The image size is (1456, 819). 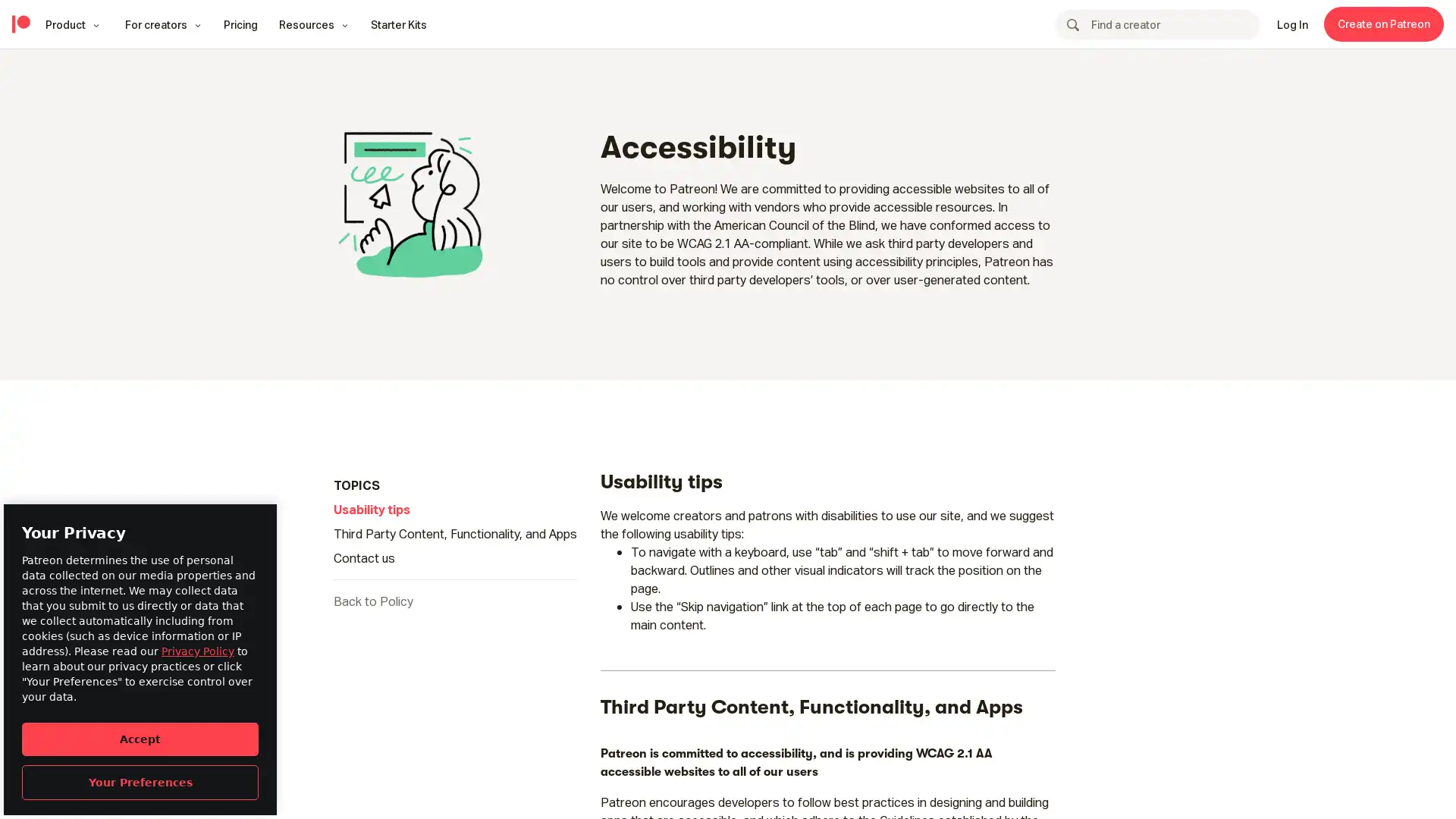 What do you see at coordinates (454, 532) in the screenshot?
I see `Third Party Content, Functionality, and Apps` at bounding box center [454, 532].